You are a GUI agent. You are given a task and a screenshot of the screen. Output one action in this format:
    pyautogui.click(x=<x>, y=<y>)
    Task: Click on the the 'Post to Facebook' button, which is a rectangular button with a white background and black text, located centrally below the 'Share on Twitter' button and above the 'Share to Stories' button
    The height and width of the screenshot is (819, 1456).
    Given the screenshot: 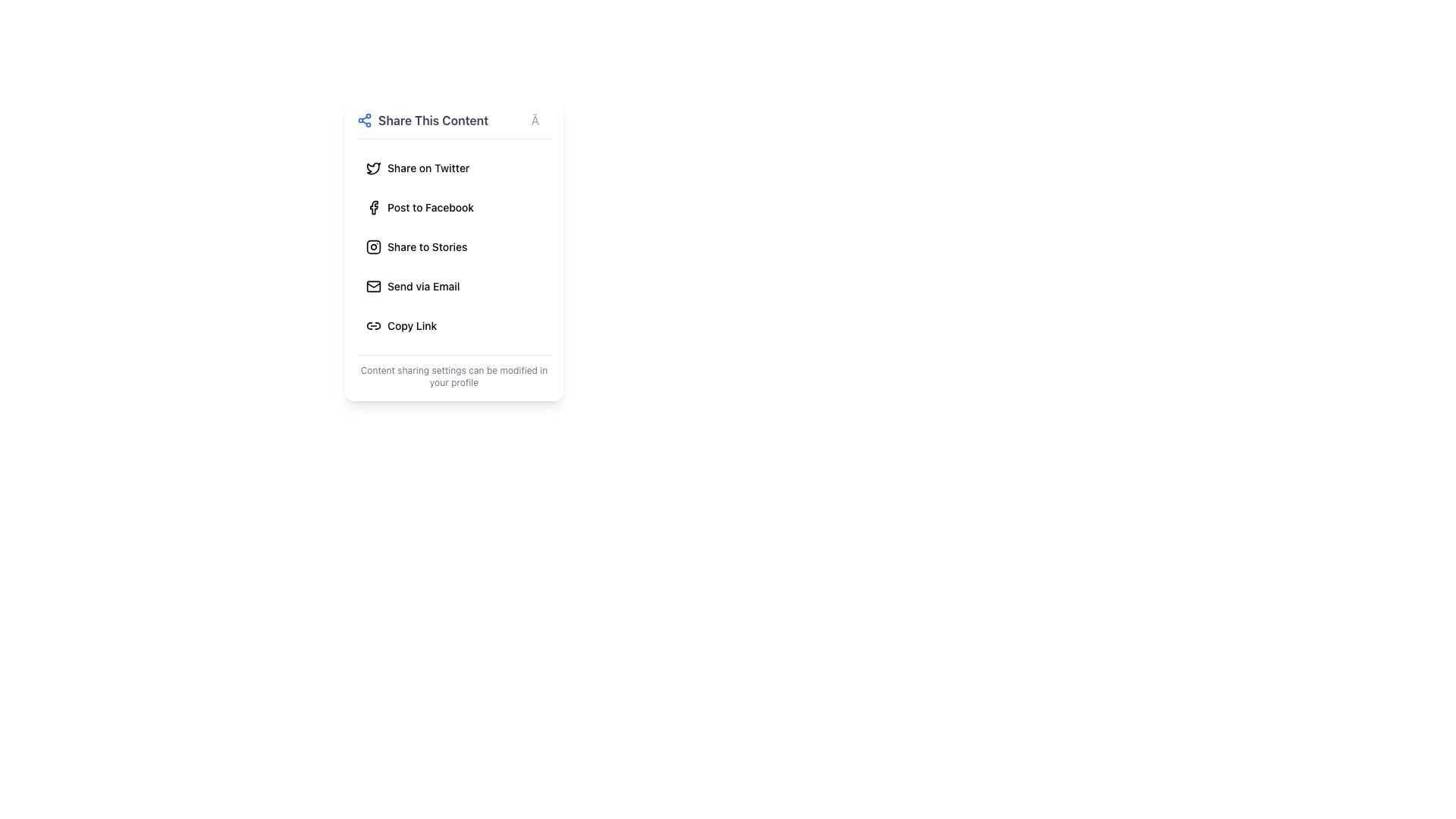 What is the action you would take?
    pyautogui.click(x=453, y=207)
    